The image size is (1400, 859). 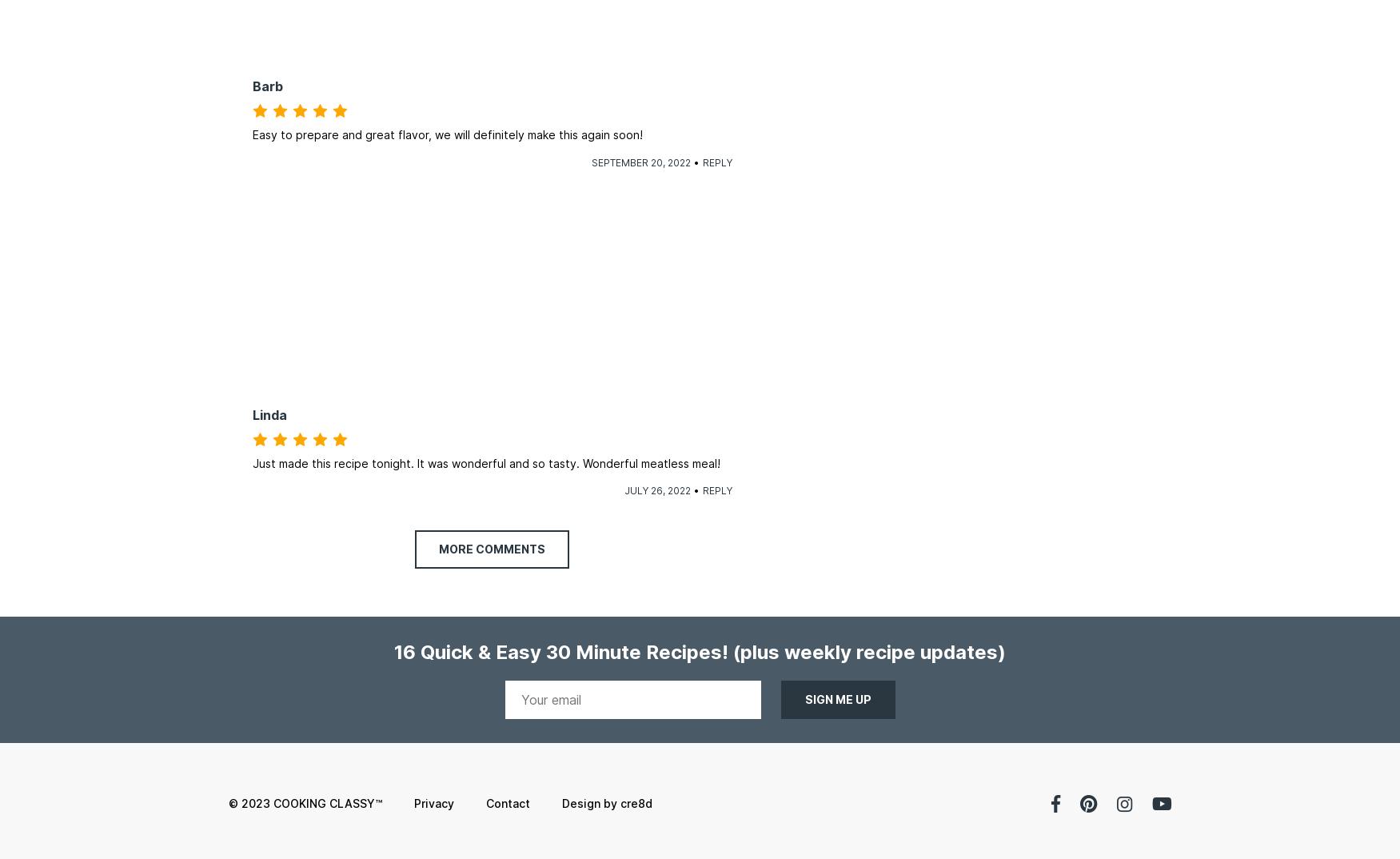 What do you see at coordinates (269, 414) in the screenshot?
I see `'Linda'` at bounding box center [269, 414].